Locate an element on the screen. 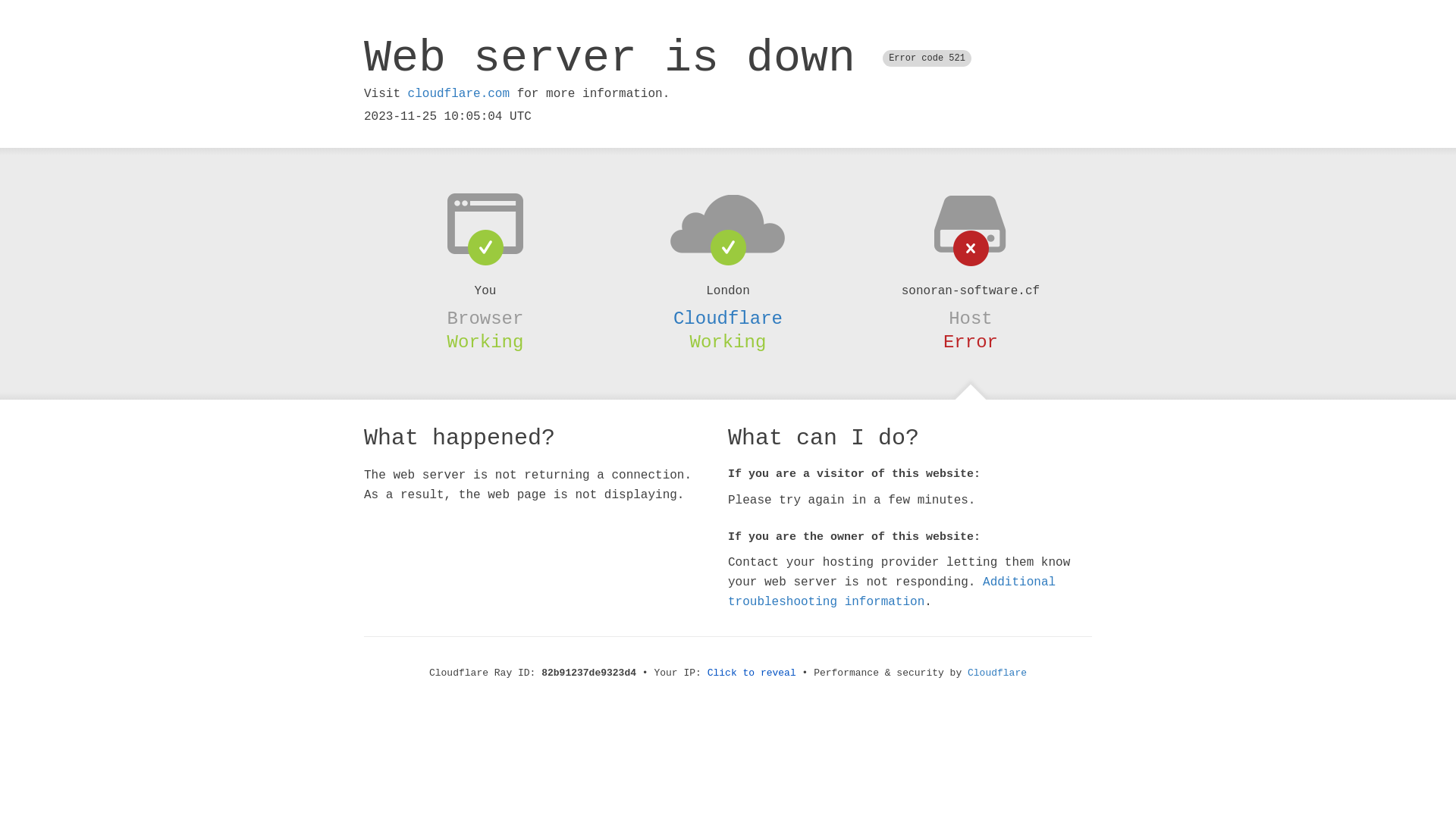 Image resolution: width=1456 pixels, height=819 pixels. 'Cloudflare' is located at coordinates (728, 318).